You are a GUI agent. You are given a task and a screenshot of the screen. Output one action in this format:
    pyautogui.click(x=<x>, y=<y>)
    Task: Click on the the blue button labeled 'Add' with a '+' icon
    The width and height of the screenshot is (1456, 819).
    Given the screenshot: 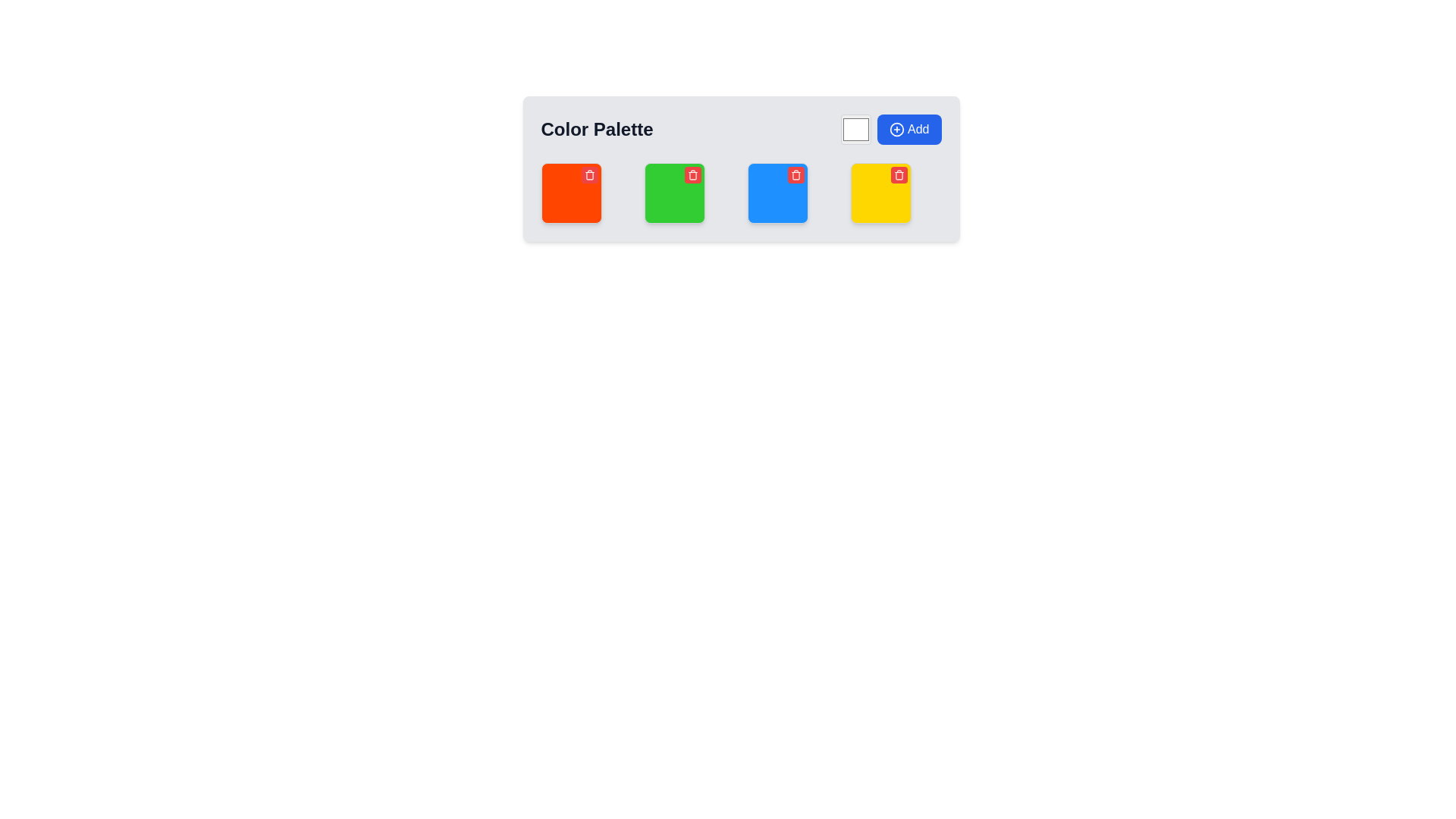 What is the action you would take?
    pyautogui.click(x=891, y=128)
    